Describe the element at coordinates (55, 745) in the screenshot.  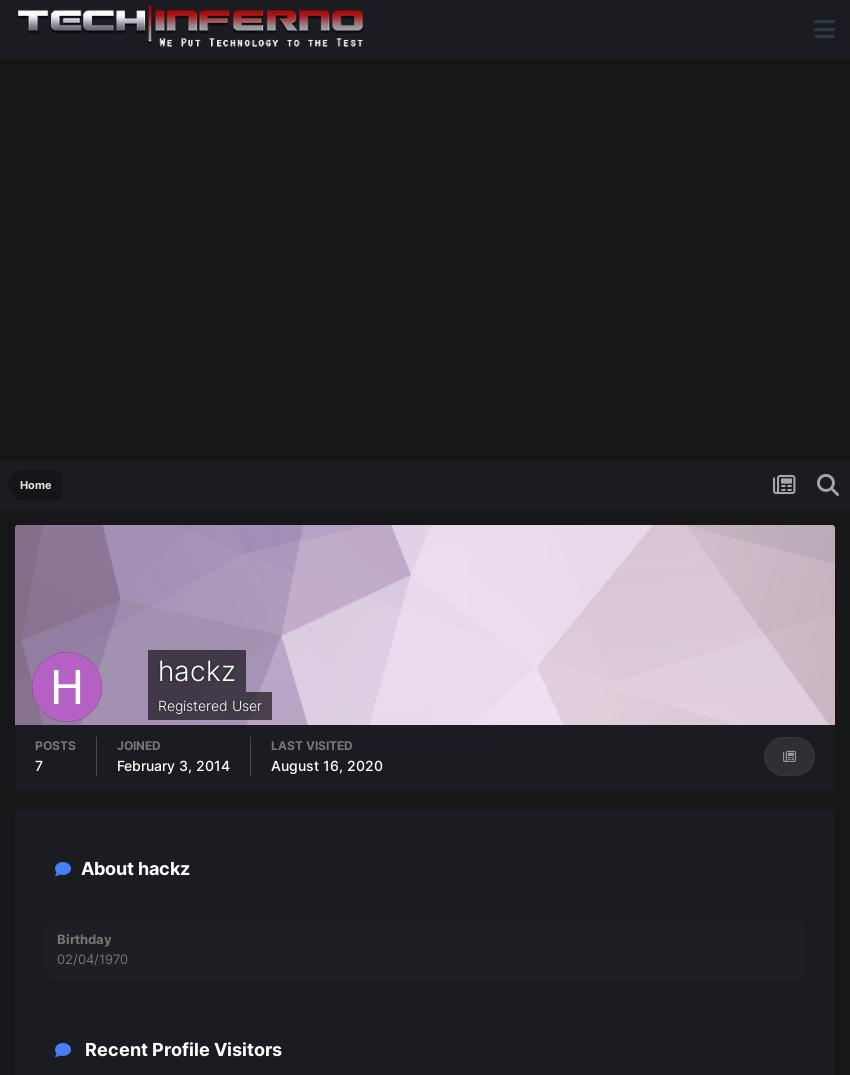
I see `'Posts'` at that location.